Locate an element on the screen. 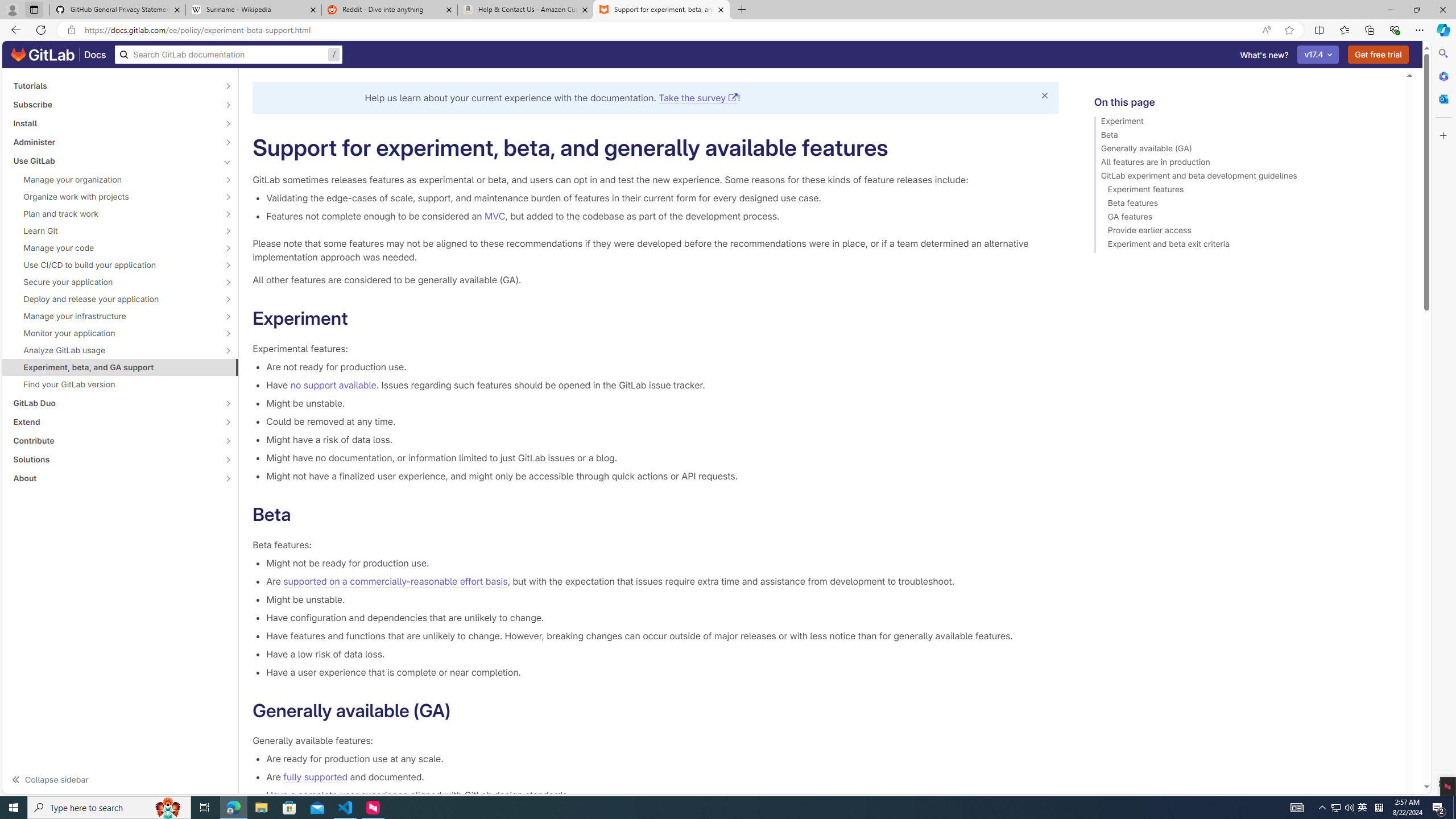 The image size is (1456, 819). 'What' is located at coordinates (1263, 54).